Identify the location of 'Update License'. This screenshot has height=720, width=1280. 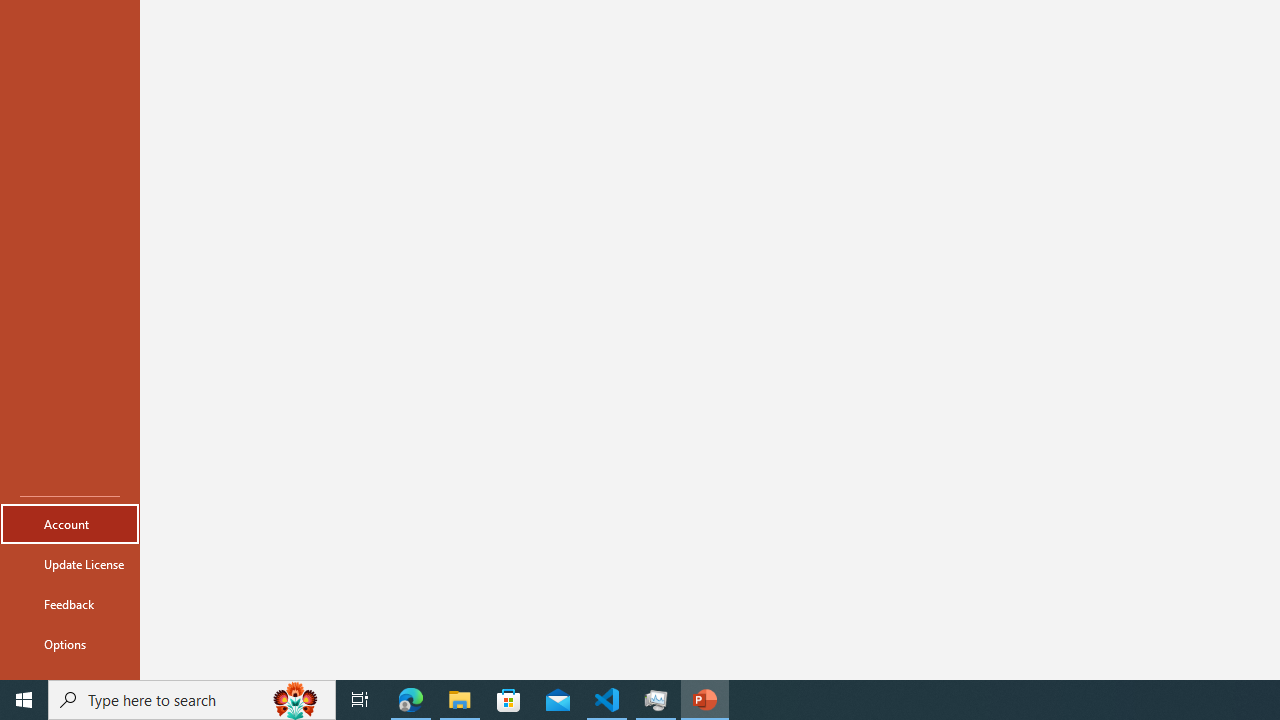
(69, 564).